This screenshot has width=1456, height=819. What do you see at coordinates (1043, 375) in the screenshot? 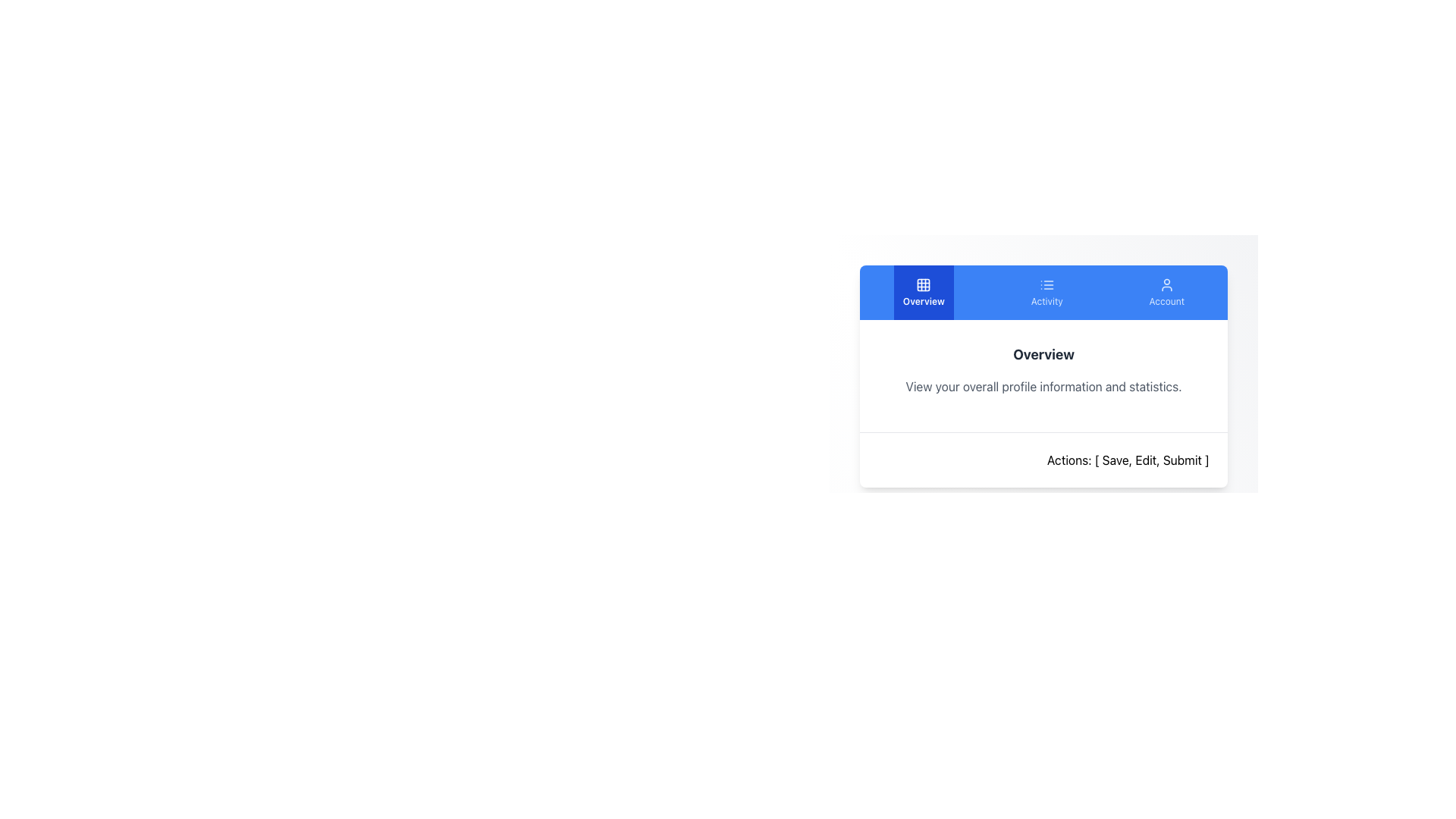
I see `information displayed in the Overview card component, which contains the title 'Overview', a description about profile information, and an actions section with options to Save, Edit, and Submit` at bounding box center [1043, 375].